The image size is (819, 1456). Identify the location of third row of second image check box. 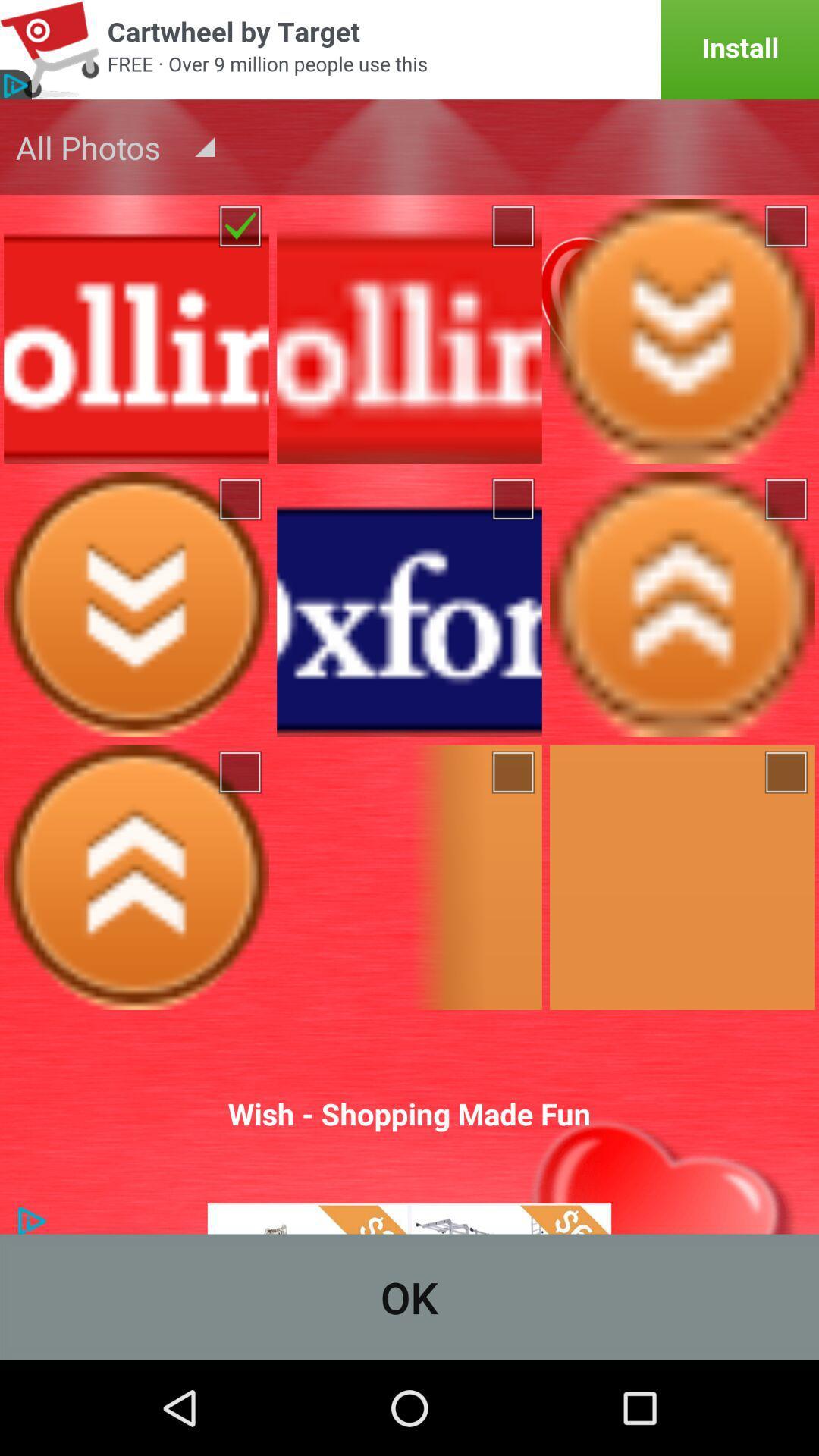
(514, 772).